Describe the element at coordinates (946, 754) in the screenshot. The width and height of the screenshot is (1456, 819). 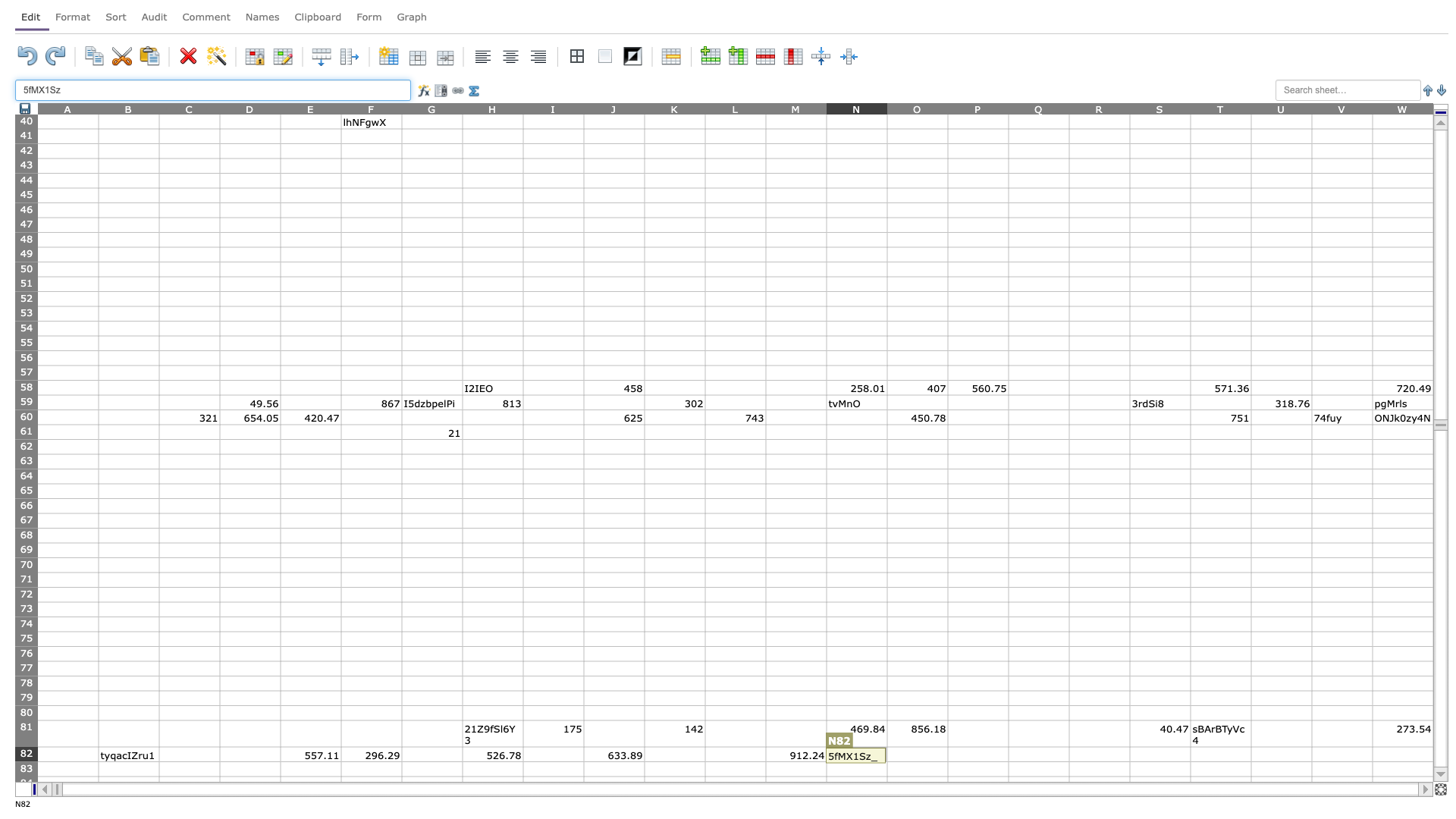
I see `Right side boundary of O82` at that location.